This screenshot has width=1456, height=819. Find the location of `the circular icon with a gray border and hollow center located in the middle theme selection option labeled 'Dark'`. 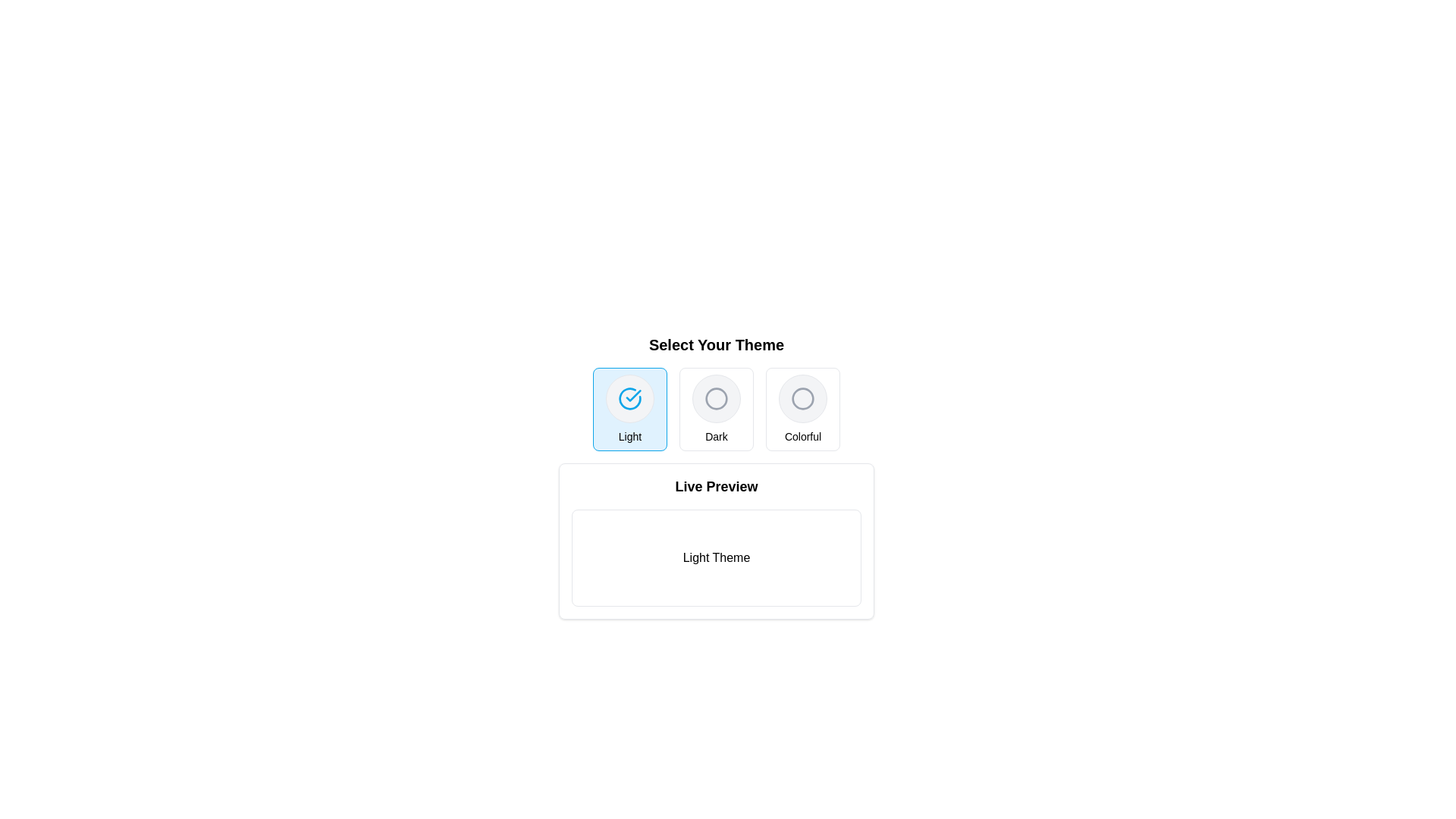

the circular icon with a gray border and hollow center located in the middle theme selection option labeled 'Dark' is located at coordinates (716, 397).